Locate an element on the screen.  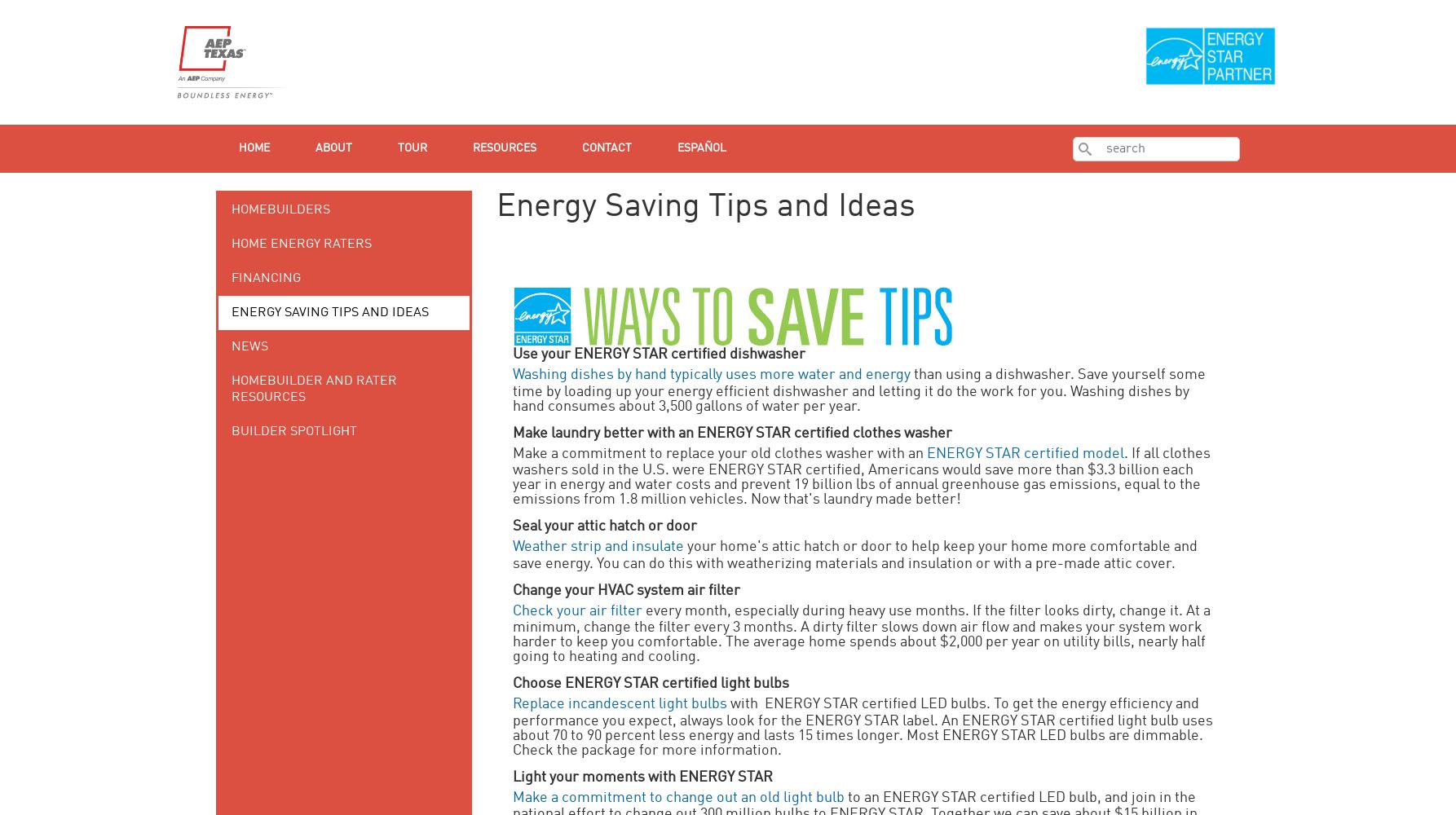
'News' is located at coordinates (249, 347).